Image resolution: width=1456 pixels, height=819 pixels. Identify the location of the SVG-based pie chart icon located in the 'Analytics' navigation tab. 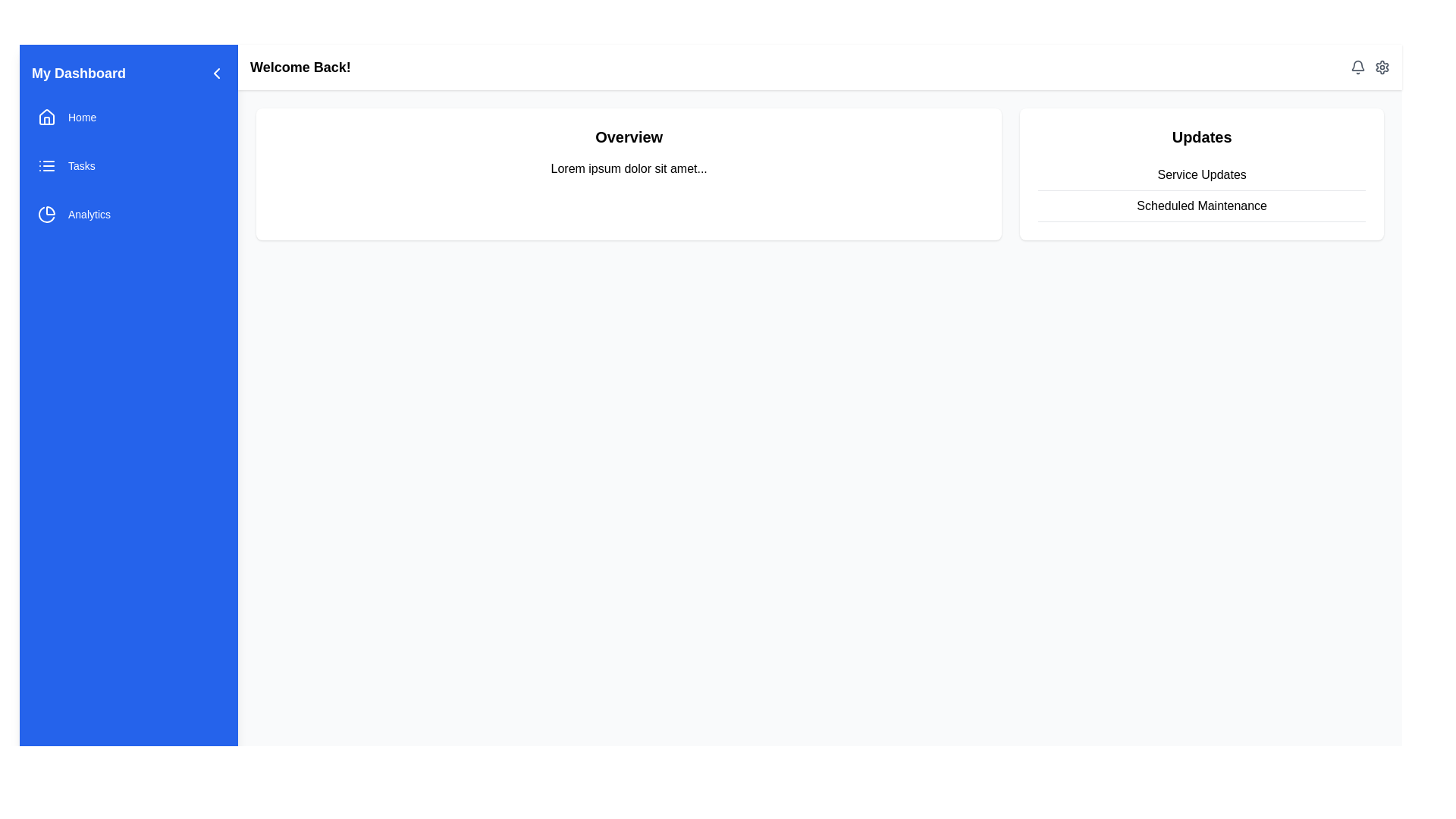
(47, 214).